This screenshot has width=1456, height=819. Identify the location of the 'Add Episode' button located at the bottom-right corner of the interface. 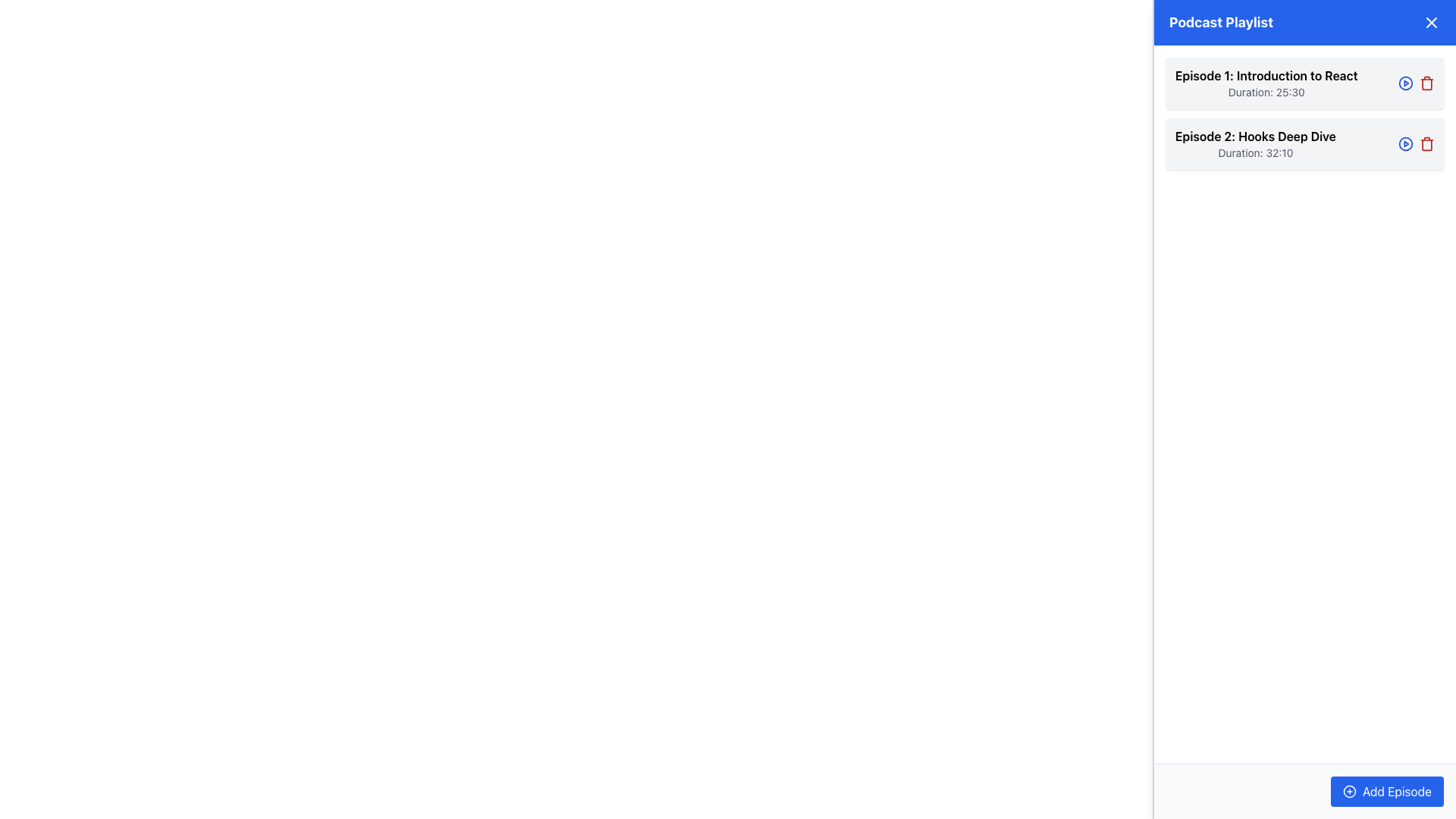
(1349, 791).